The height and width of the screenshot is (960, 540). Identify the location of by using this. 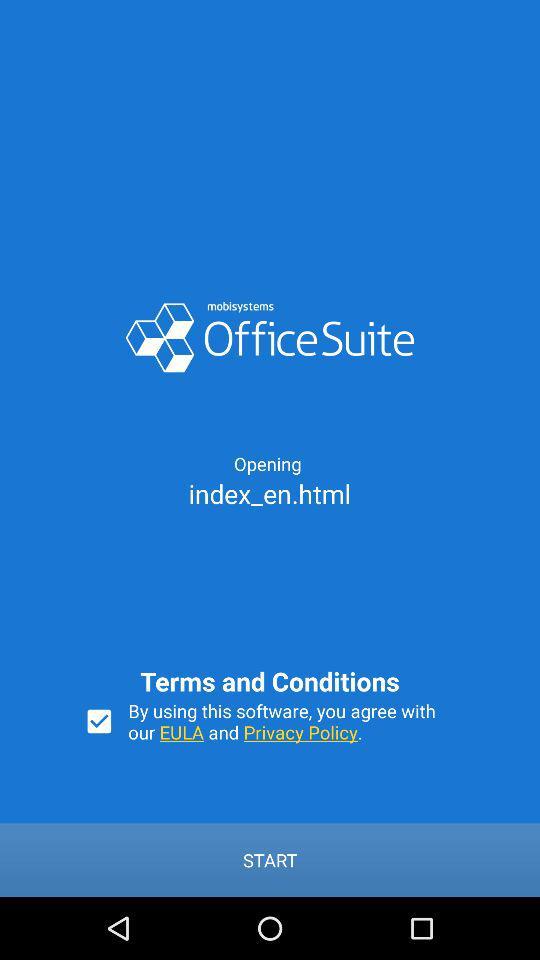
(291, 720).